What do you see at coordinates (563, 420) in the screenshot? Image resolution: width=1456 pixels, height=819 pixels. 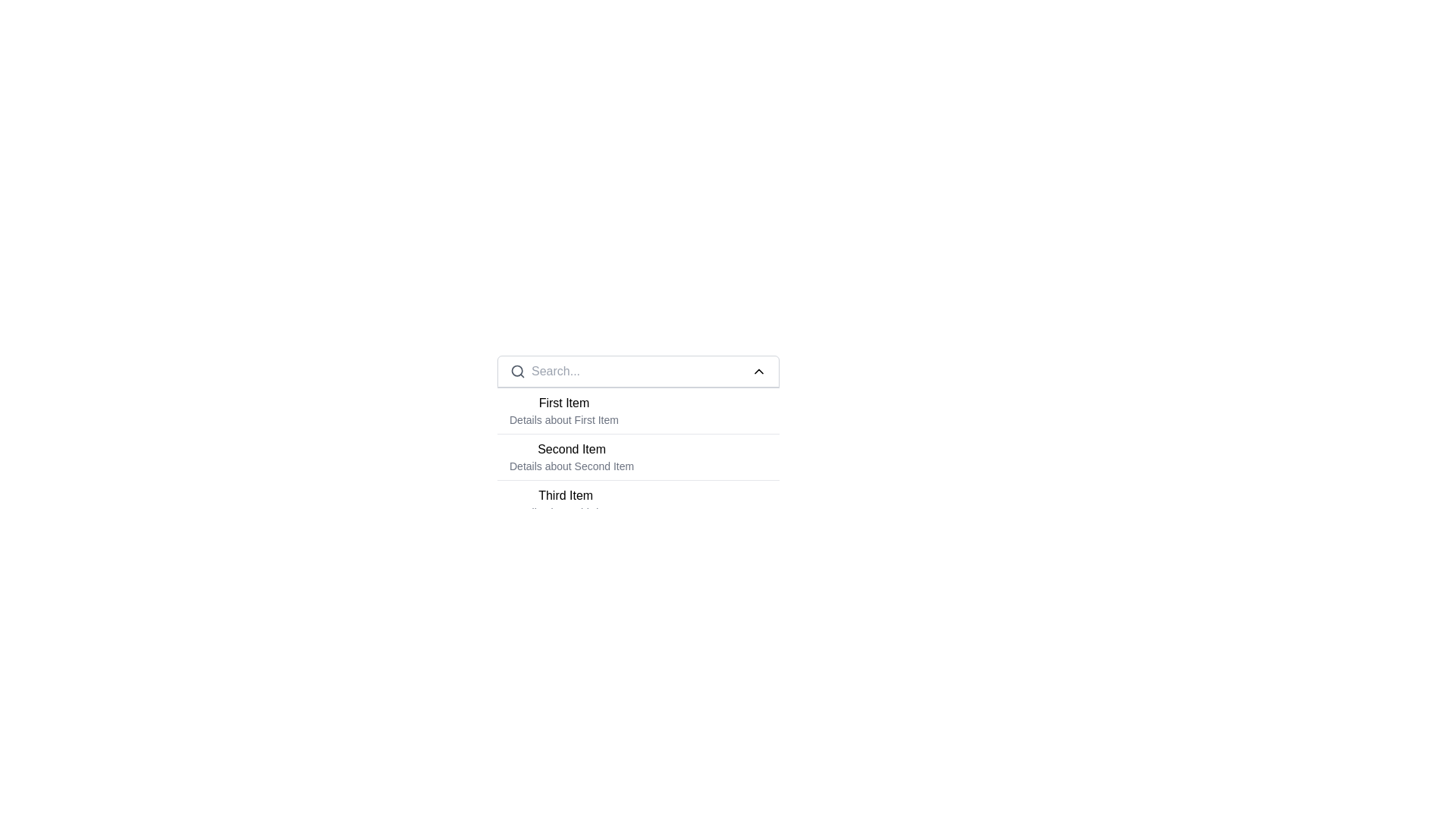 I see `the static text element displaying 'Details about First Item', which is styled in a smaller gray font and positioned directly below the bolded text 'First Item'` at bounding box center [563, 420].